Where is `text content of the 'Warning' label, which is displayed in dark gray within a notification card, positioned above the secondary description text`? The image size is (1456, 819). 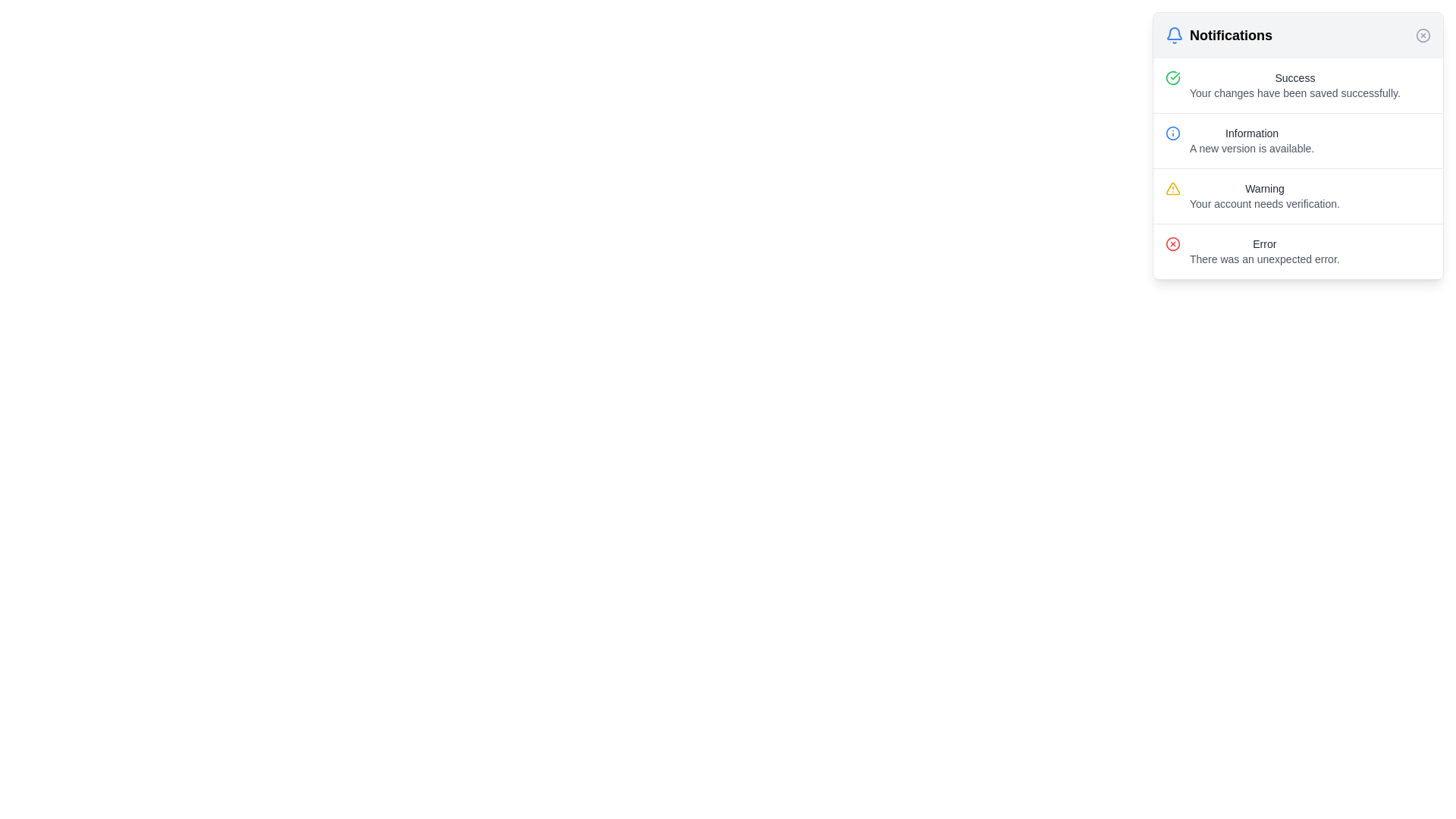 text content of the 'Warning' label, which is displayed in dark gray within a notification card, positioned above the secondary description text is located at coordinates (1264, 188).